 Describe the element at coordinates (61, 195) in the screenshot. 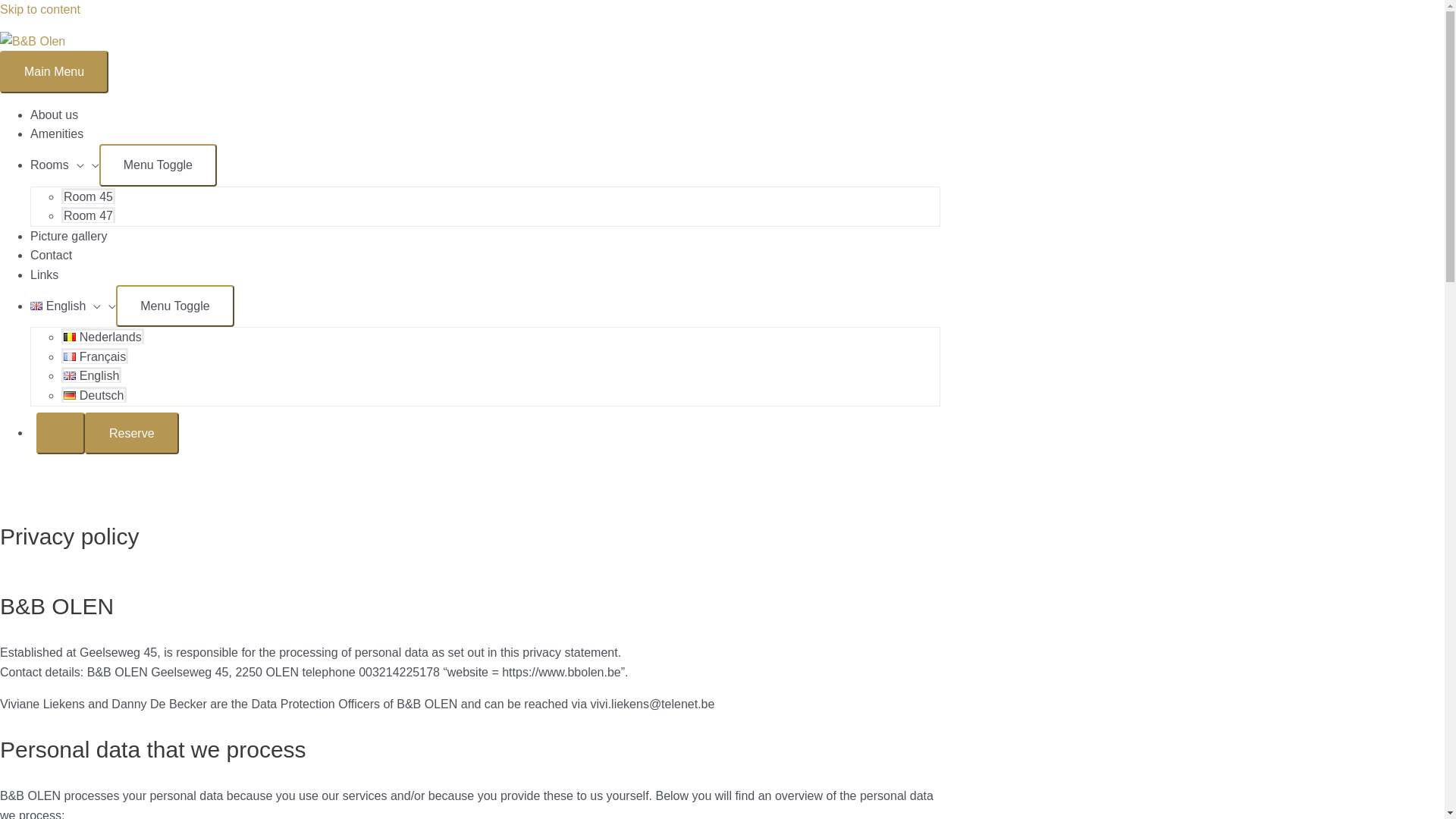

I see `'Room 45'` at that location.